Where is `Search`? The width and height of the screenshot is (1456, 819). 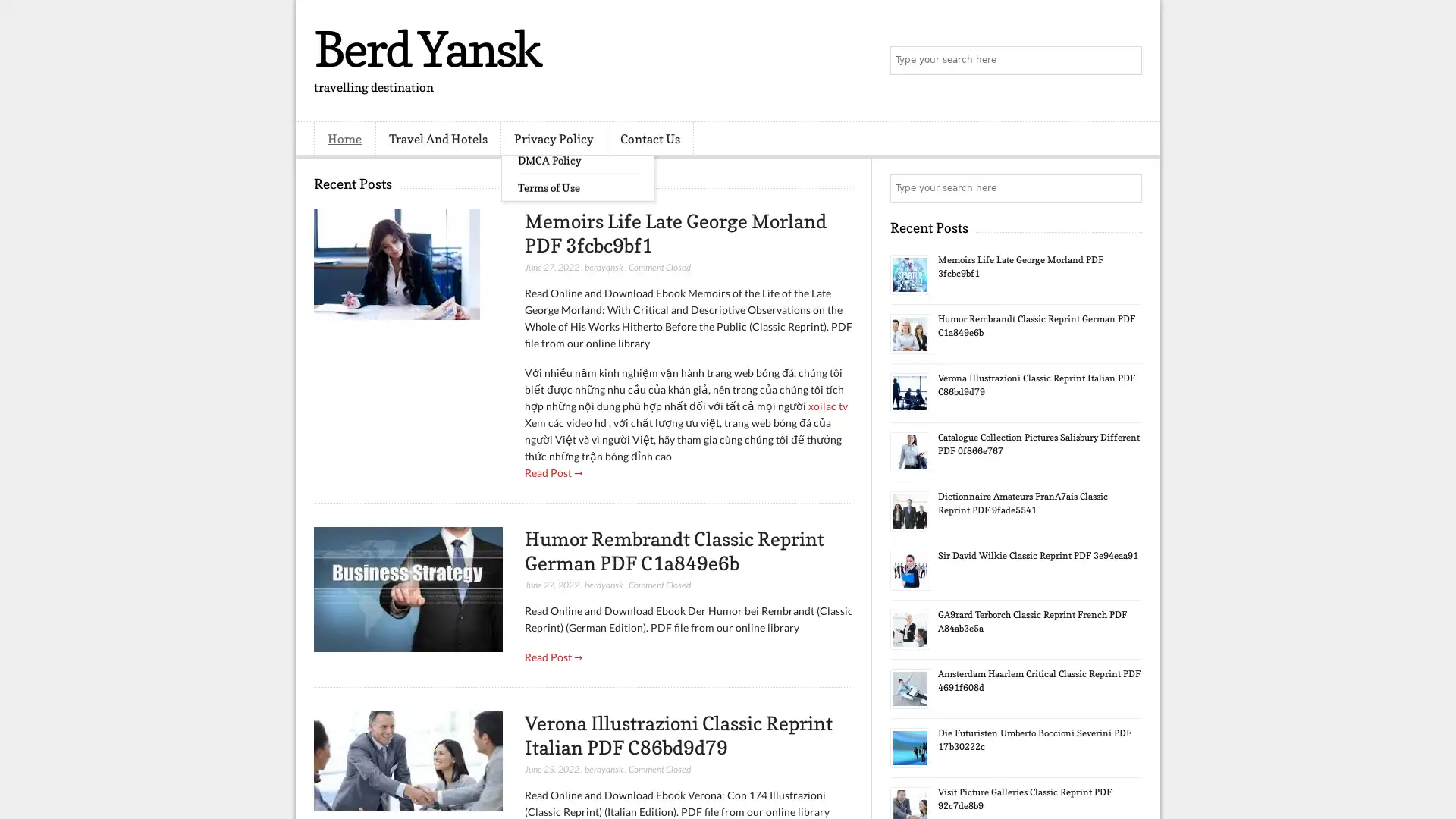
Search is located at coordinates (1126, 188).